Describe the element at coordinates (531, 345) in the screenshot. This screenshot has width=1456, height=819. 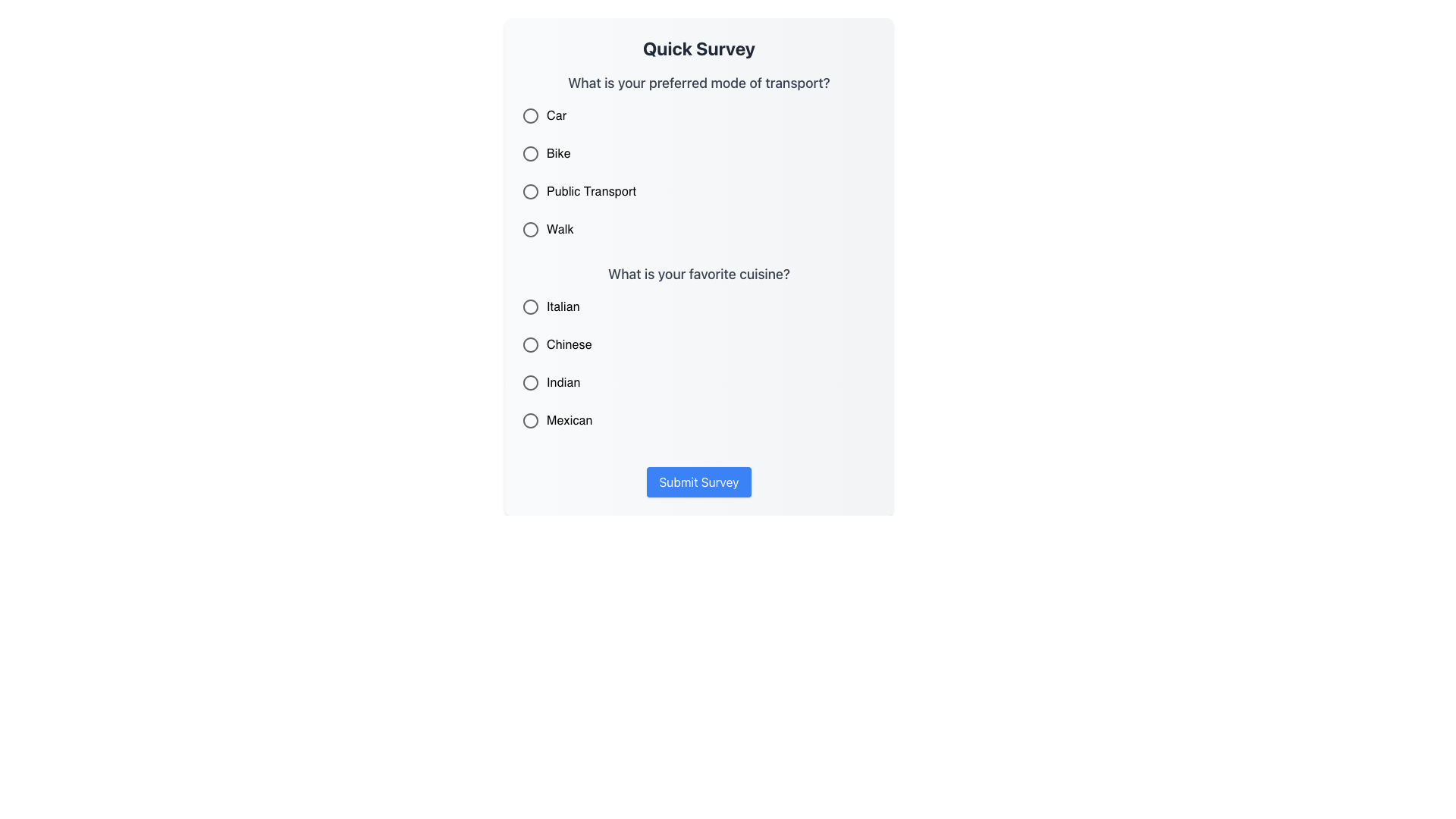
I see `the unchecked radio button located to the left of the label 'Chinese'` at that location.